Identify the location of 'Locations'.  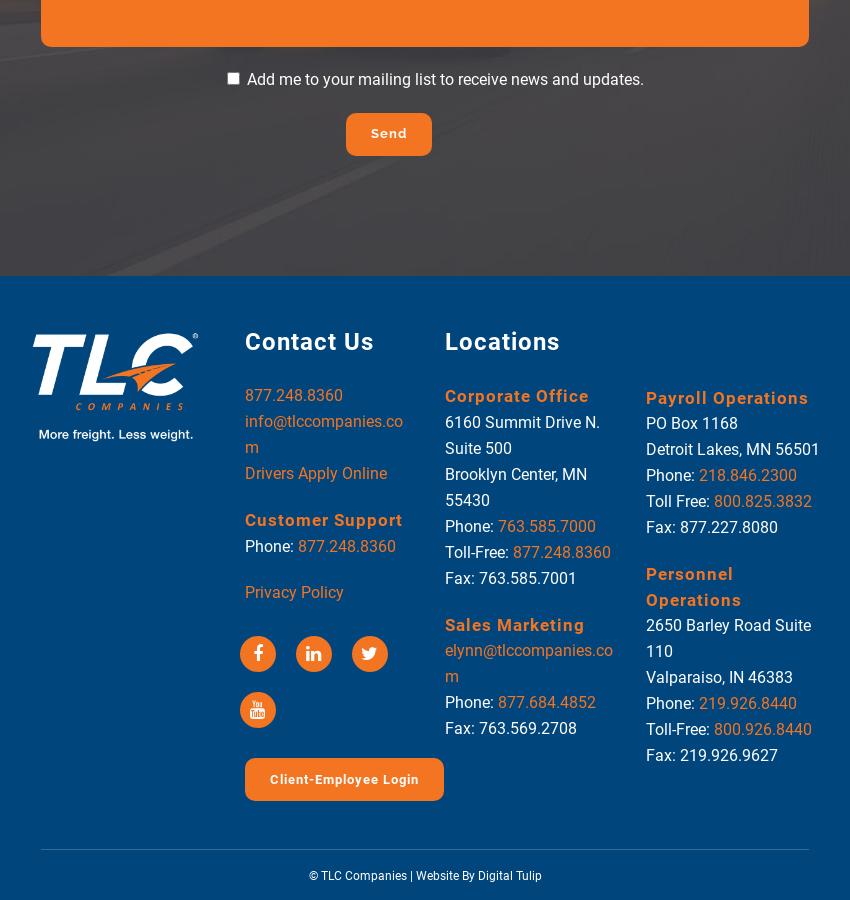
(502, 341).